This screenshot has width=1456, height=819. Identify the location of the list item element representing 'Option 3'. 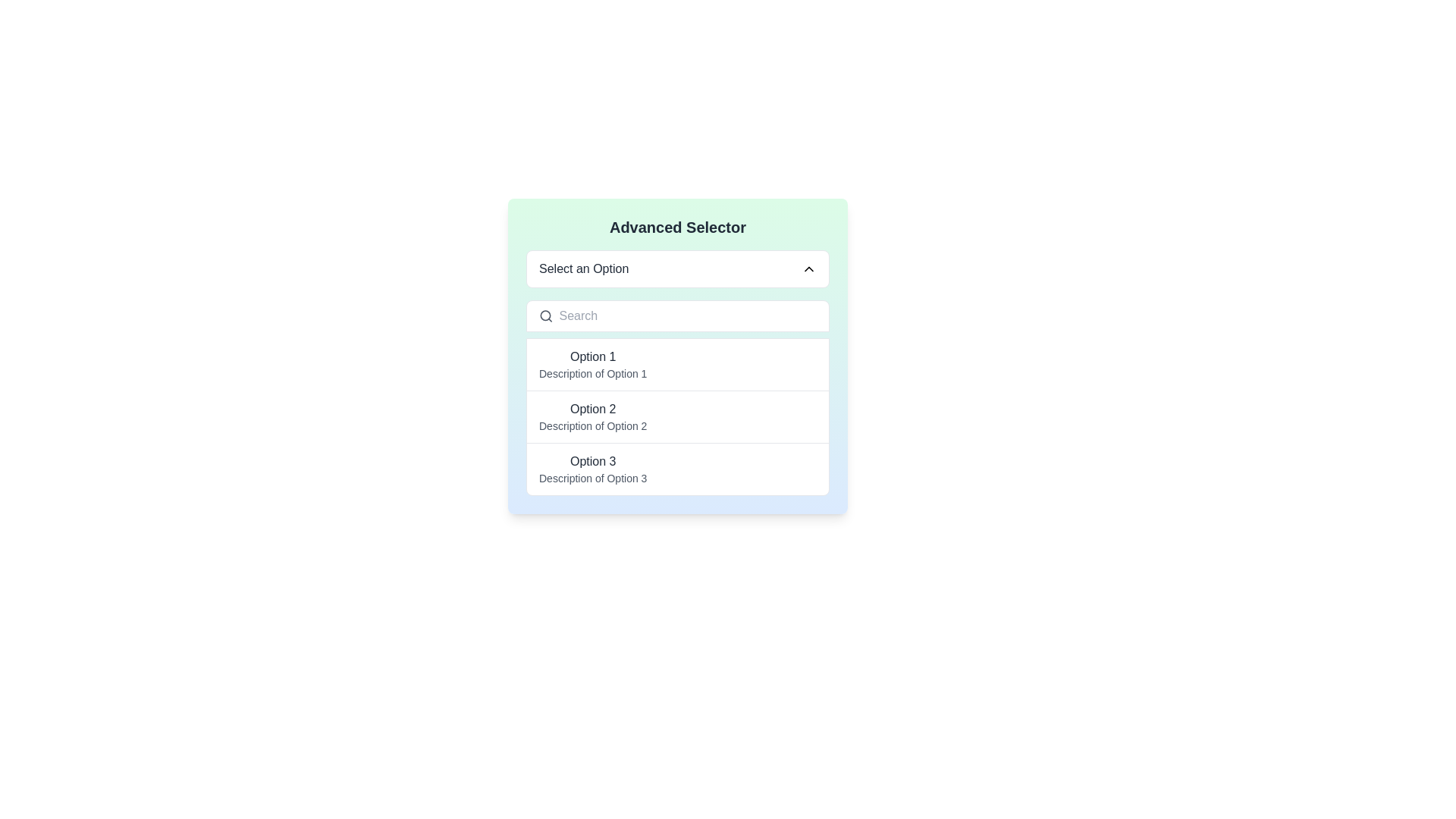
(592, 468).